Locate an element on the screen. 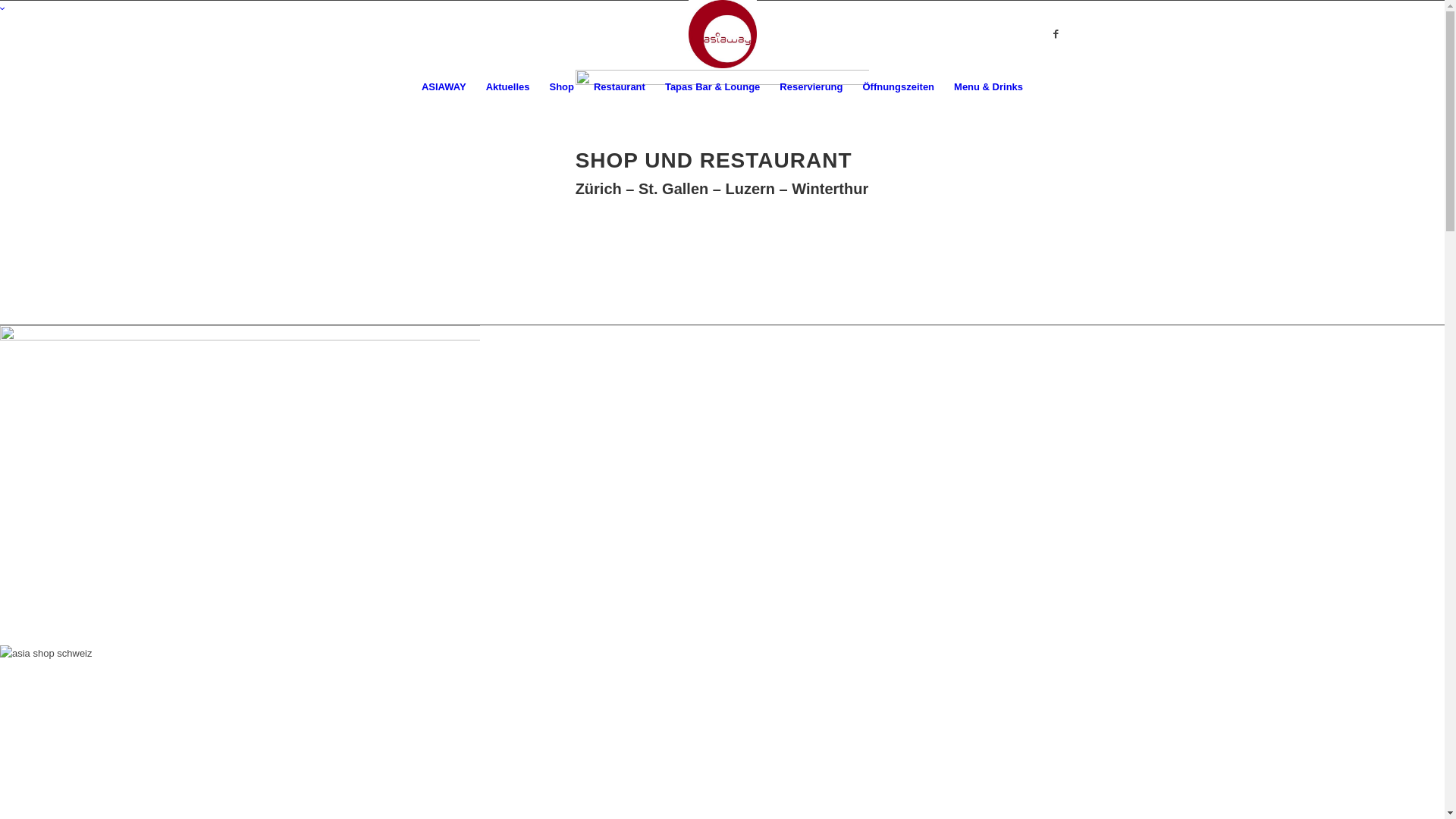 This screenshot has height=819, width=1456. 'Facebook' is located at coordinates (1055, 34).